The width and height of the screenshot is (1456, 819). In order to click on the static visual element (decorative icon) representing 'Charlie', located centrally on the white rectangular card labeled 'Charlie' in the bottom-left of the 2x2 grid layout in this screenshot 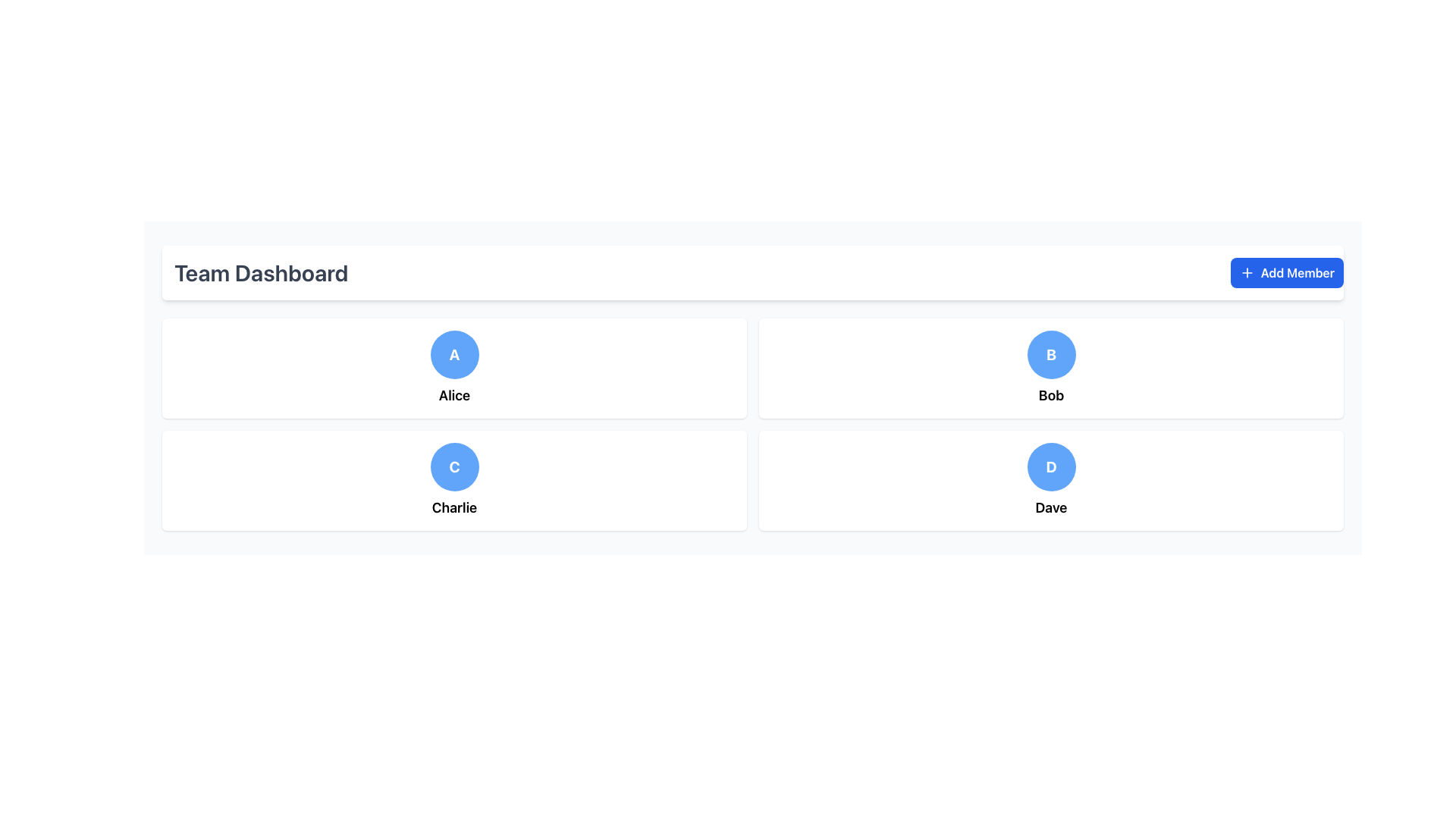, I will do `click(453, 466)`.